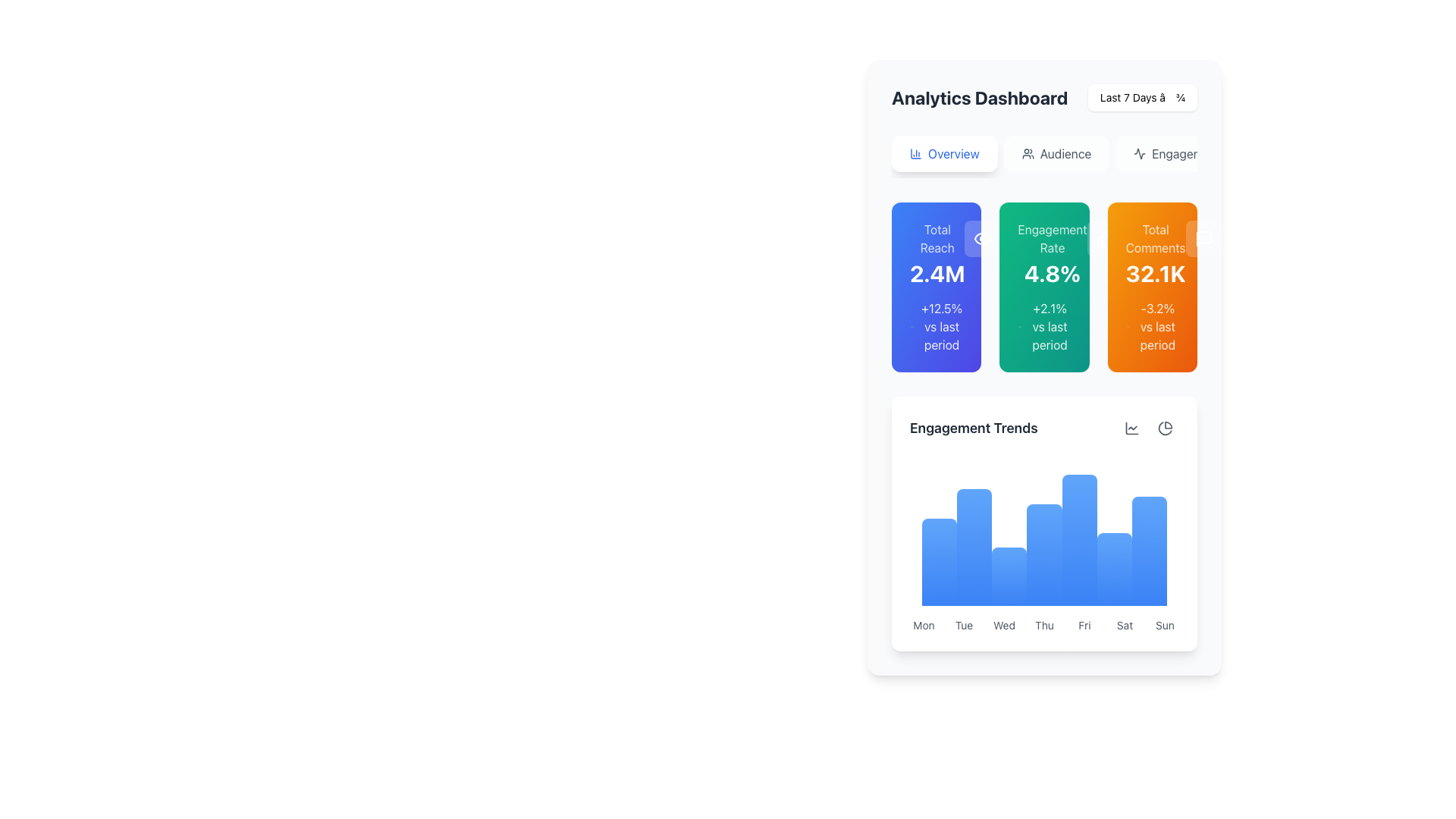 This screenshot has width=1456, height=819. Describe the element at coordinates (1185, 154) in the screenshot. I see `the 'Engagement' text label located near the top-right corner of the 'Analytics Dashboard' section` at that location.